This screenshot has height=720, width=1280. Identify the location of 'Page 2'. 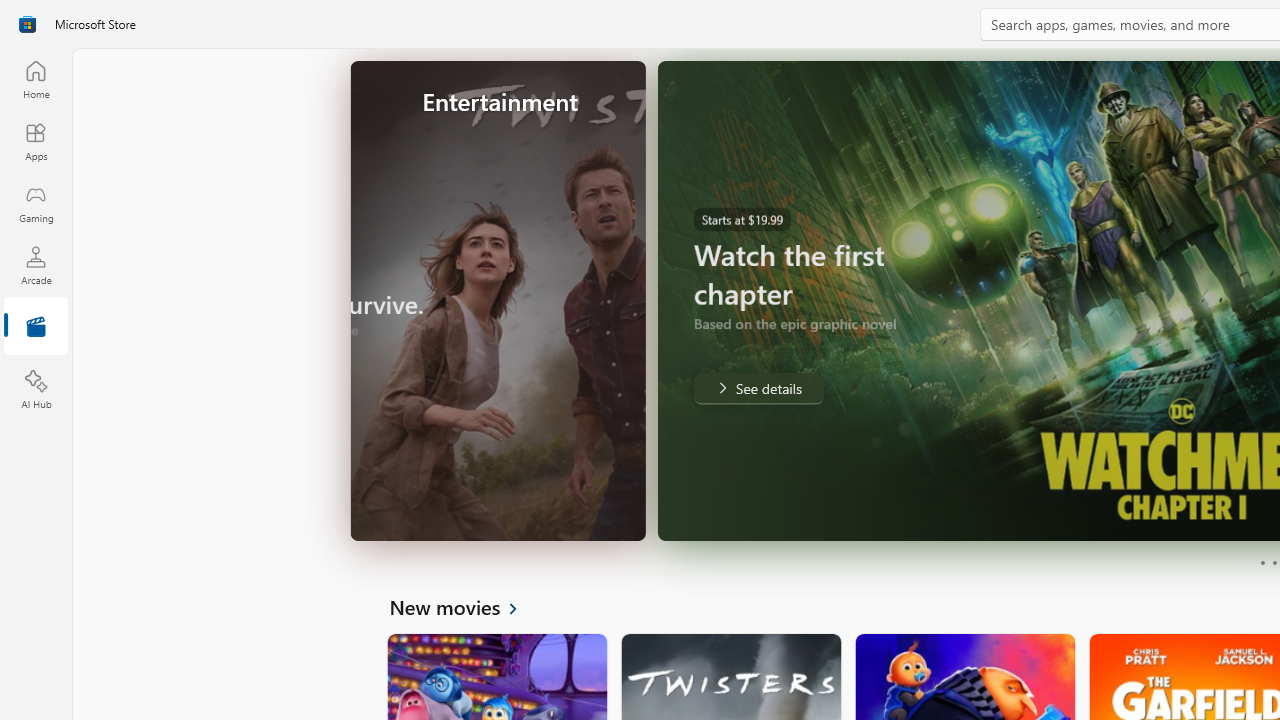
(1273, 563).